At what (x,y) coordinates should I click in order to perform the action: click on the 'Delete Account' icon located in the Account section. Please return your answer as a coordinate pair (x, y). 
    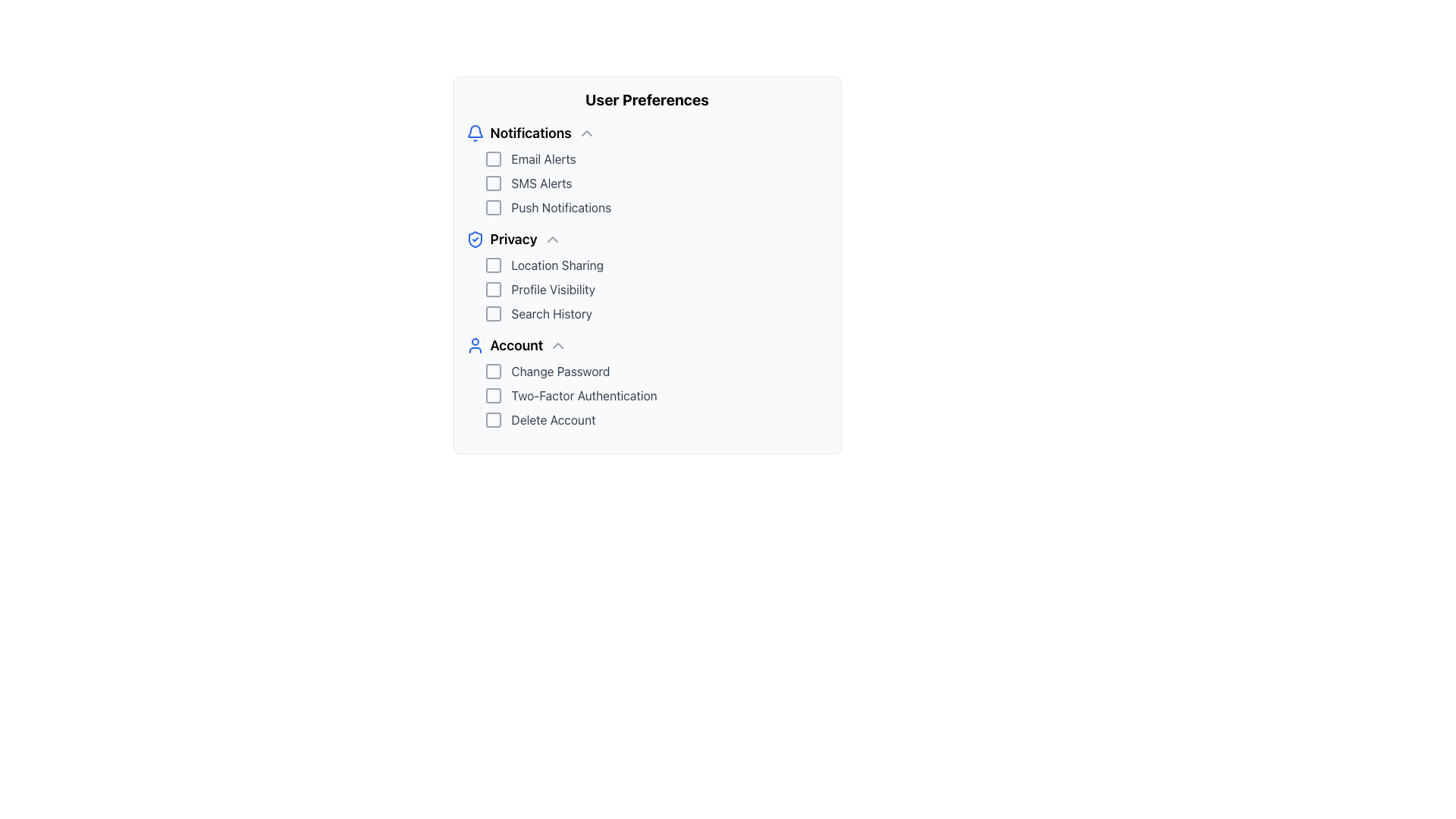
    Looking at the image, I should click on (493, 420).